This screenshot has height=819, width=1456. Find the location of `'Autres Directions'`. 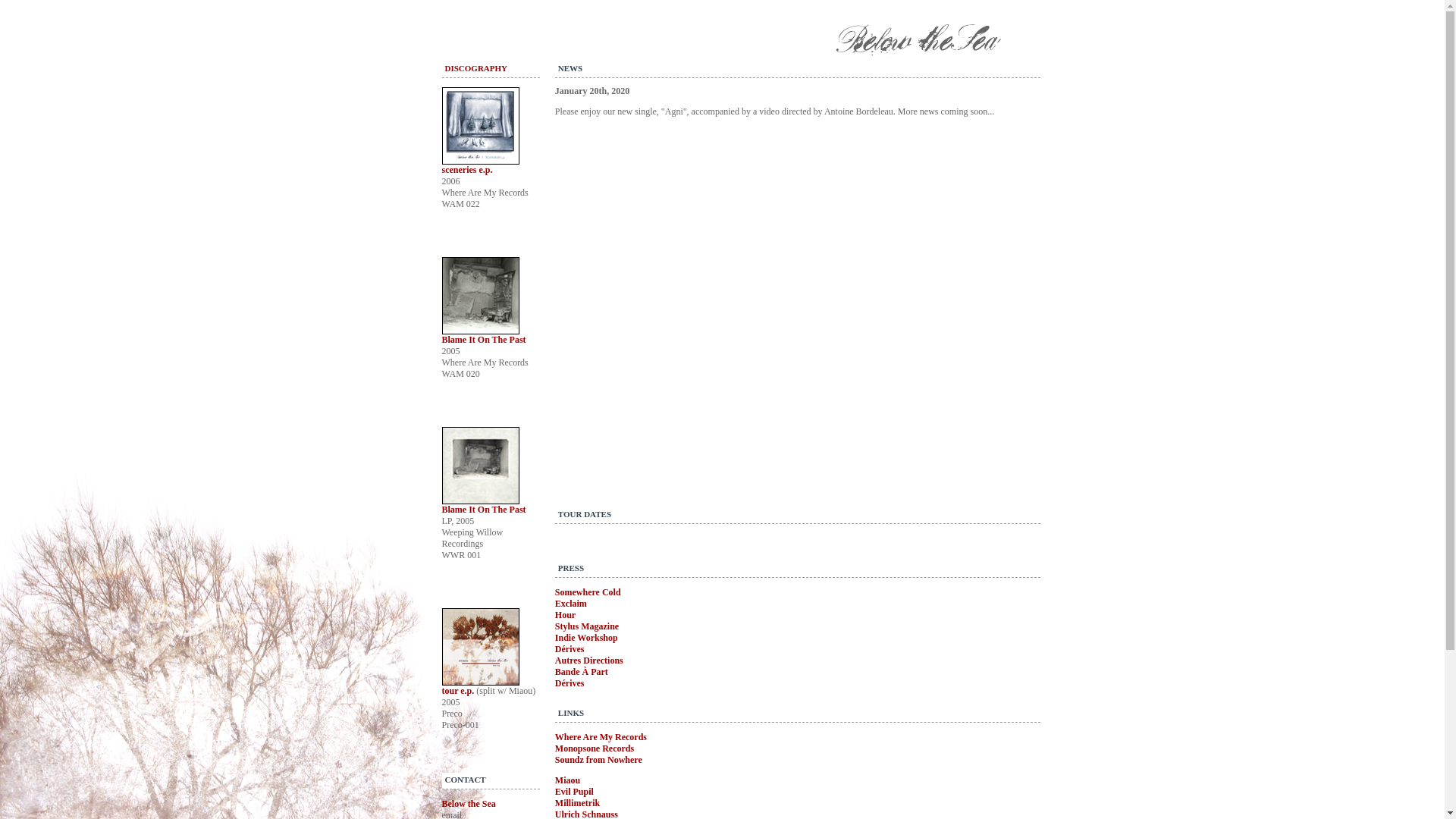

'Autres Directions' is located at coordinates (588, 660).